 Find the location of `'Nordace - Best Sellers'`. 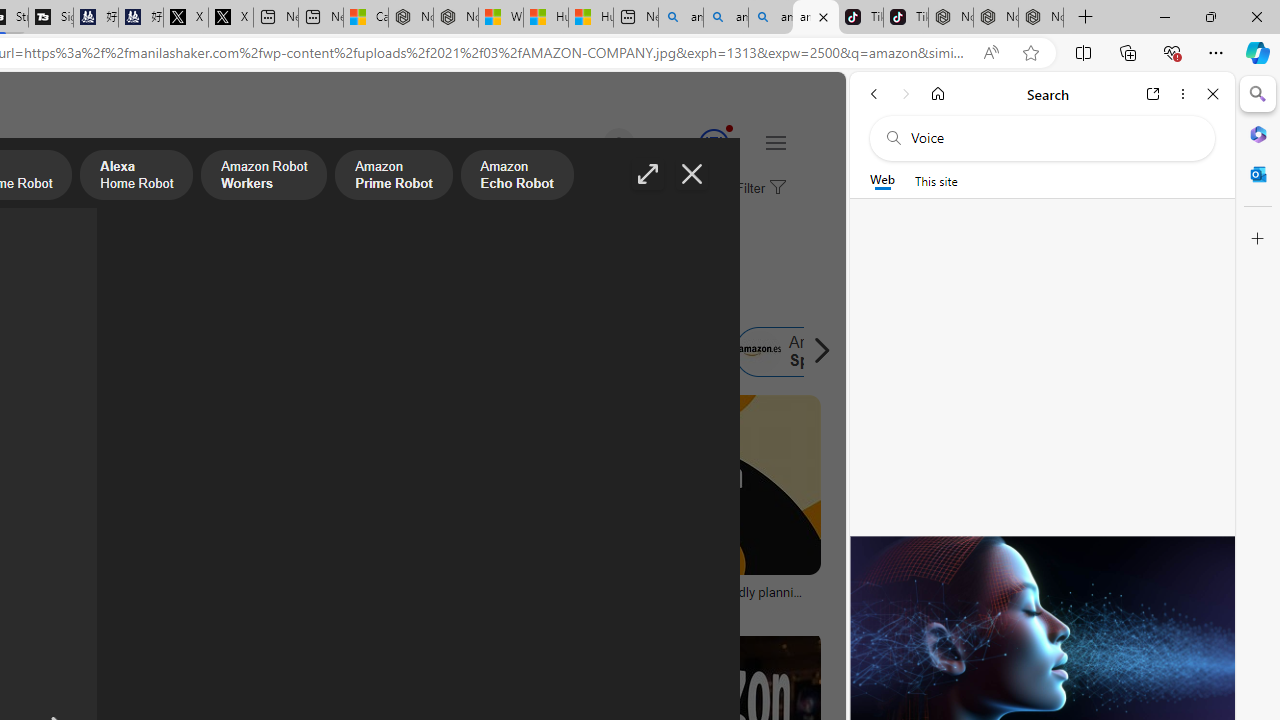

'Nordace - Best Sellers' is located at coordinates (950, 17).